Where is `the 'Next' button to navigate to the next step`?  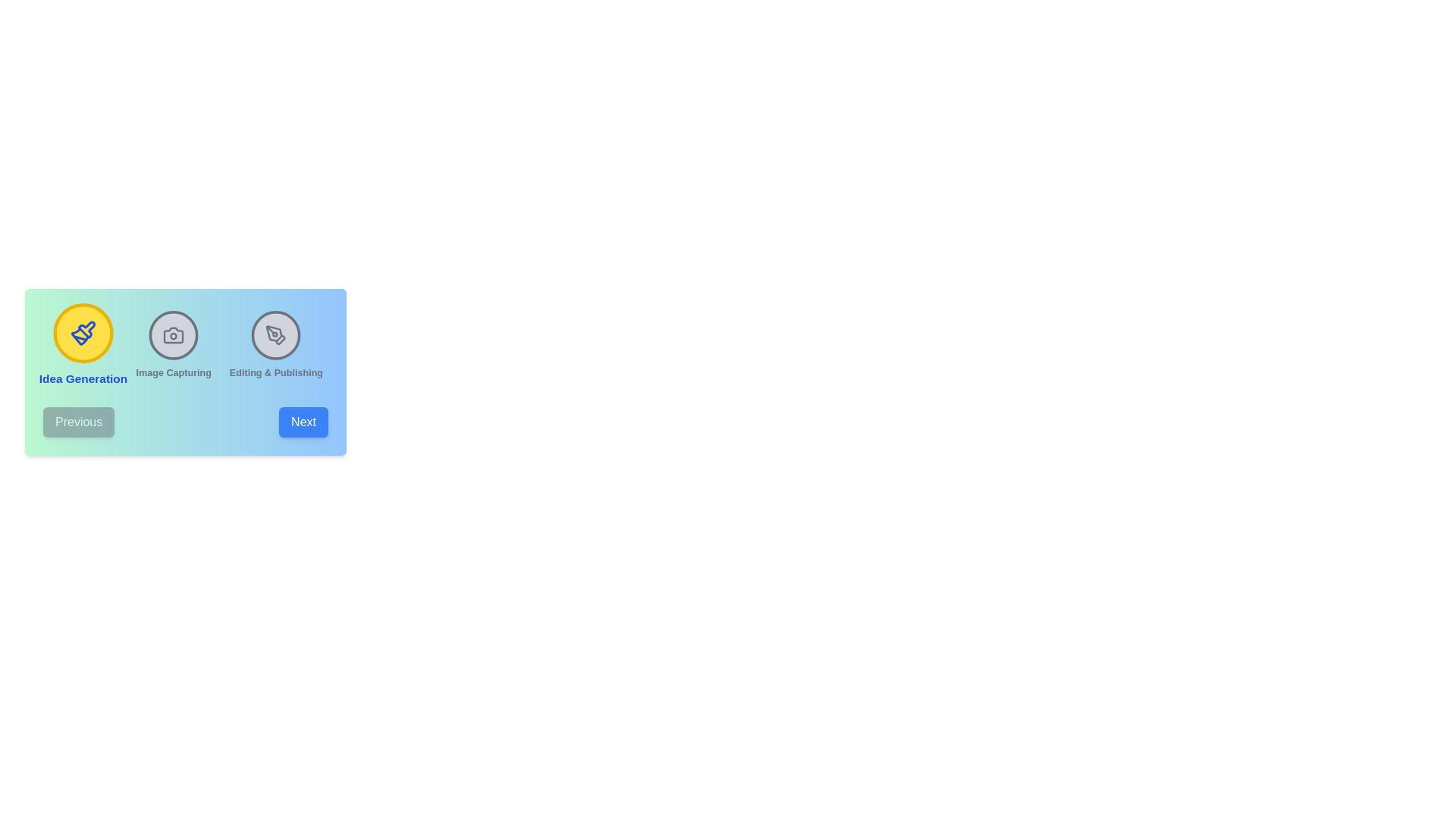
the 'Next' button to navigate to the next step is located at coordinates (303, 422).